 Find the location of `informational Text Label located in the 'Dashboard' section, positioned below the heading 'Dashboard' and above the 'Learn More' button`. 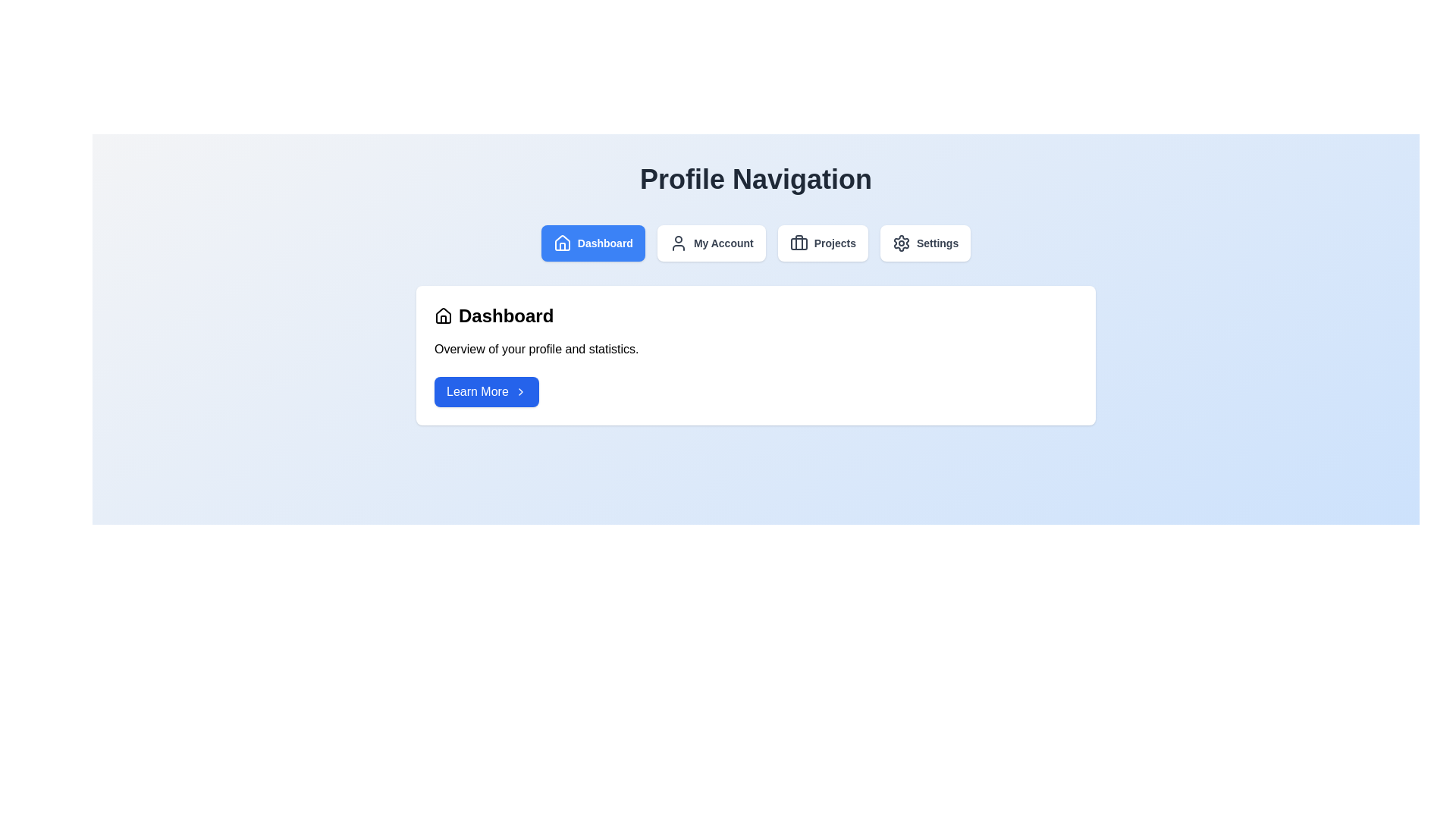

informational Text Label located in the 'Dashboard' section, positioned below the heading 'Dashboard' and above the 'Learn More' button is located at coordinates (536, 350).